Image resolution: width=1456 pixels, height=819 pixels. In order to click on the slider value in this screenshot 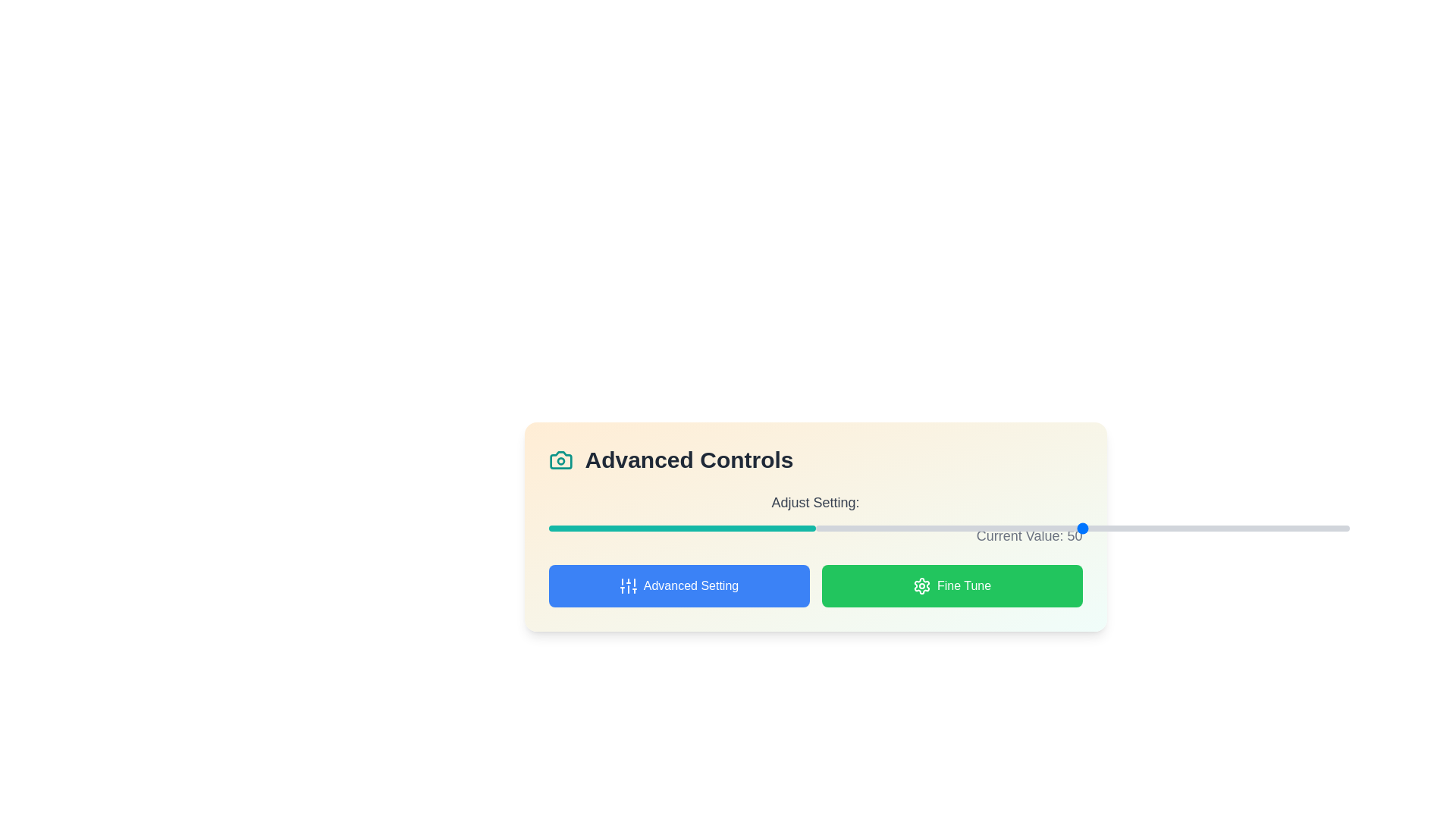, I will do `click(1029, 528)`.